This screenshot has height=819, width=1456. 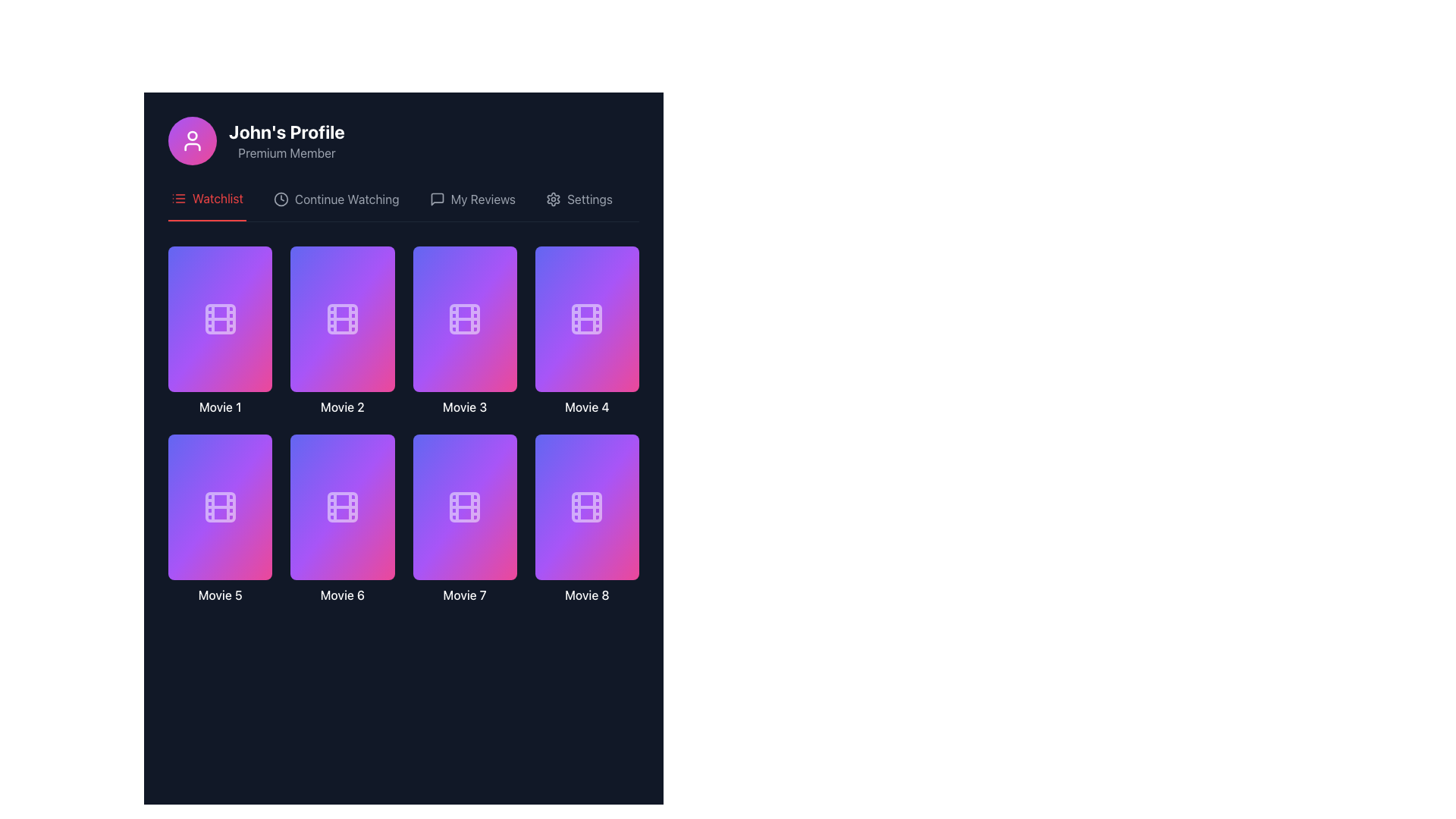 What do you see at coordinates (482, 198) in the screenshot?
I see `the 'My Reviews' text link in the navigation bar` at bounding box center [482, 198].